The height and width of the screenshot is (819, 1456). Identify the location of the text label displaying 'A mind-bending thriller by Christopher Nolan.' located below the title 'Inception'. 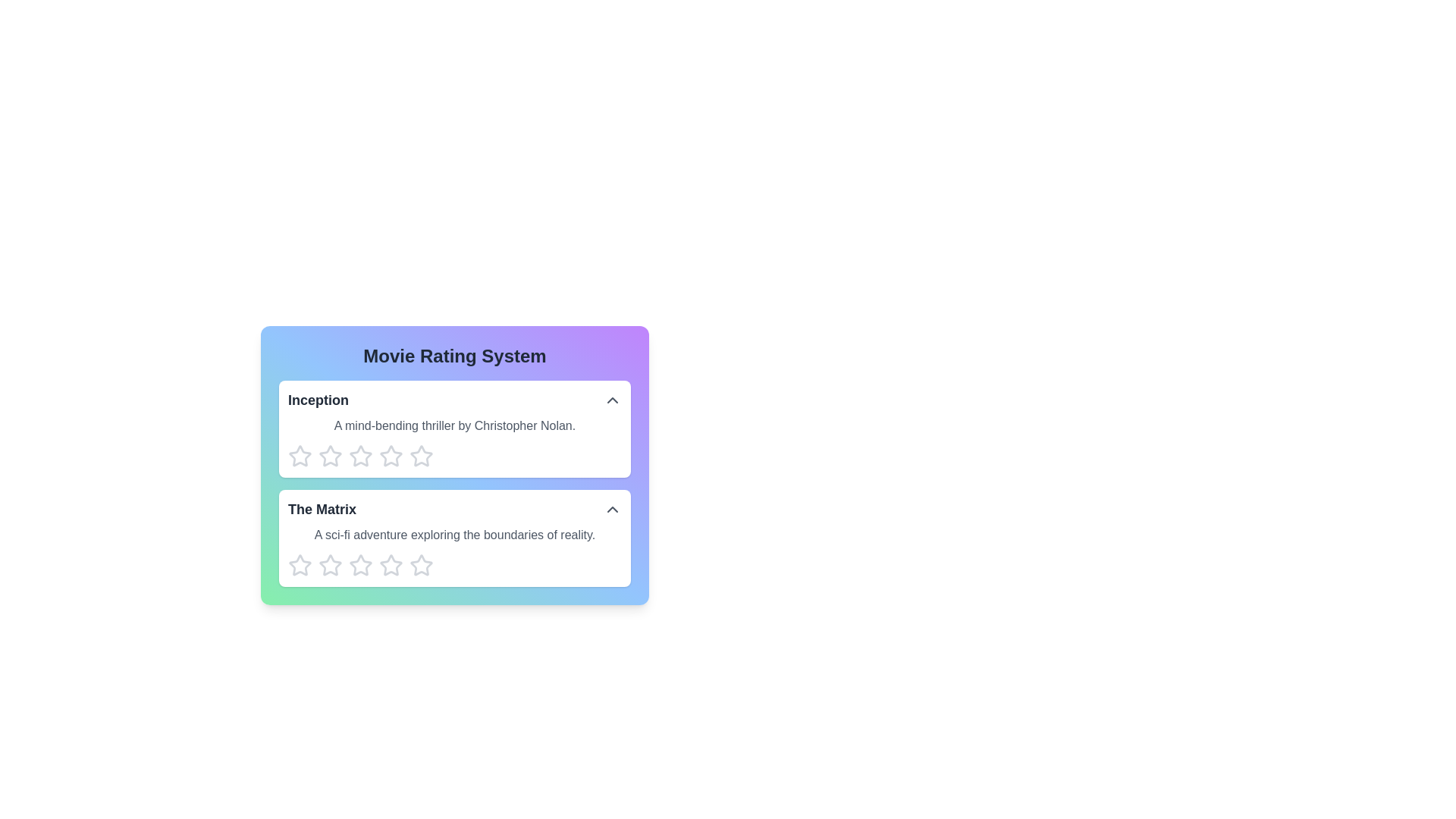
(454, 426).